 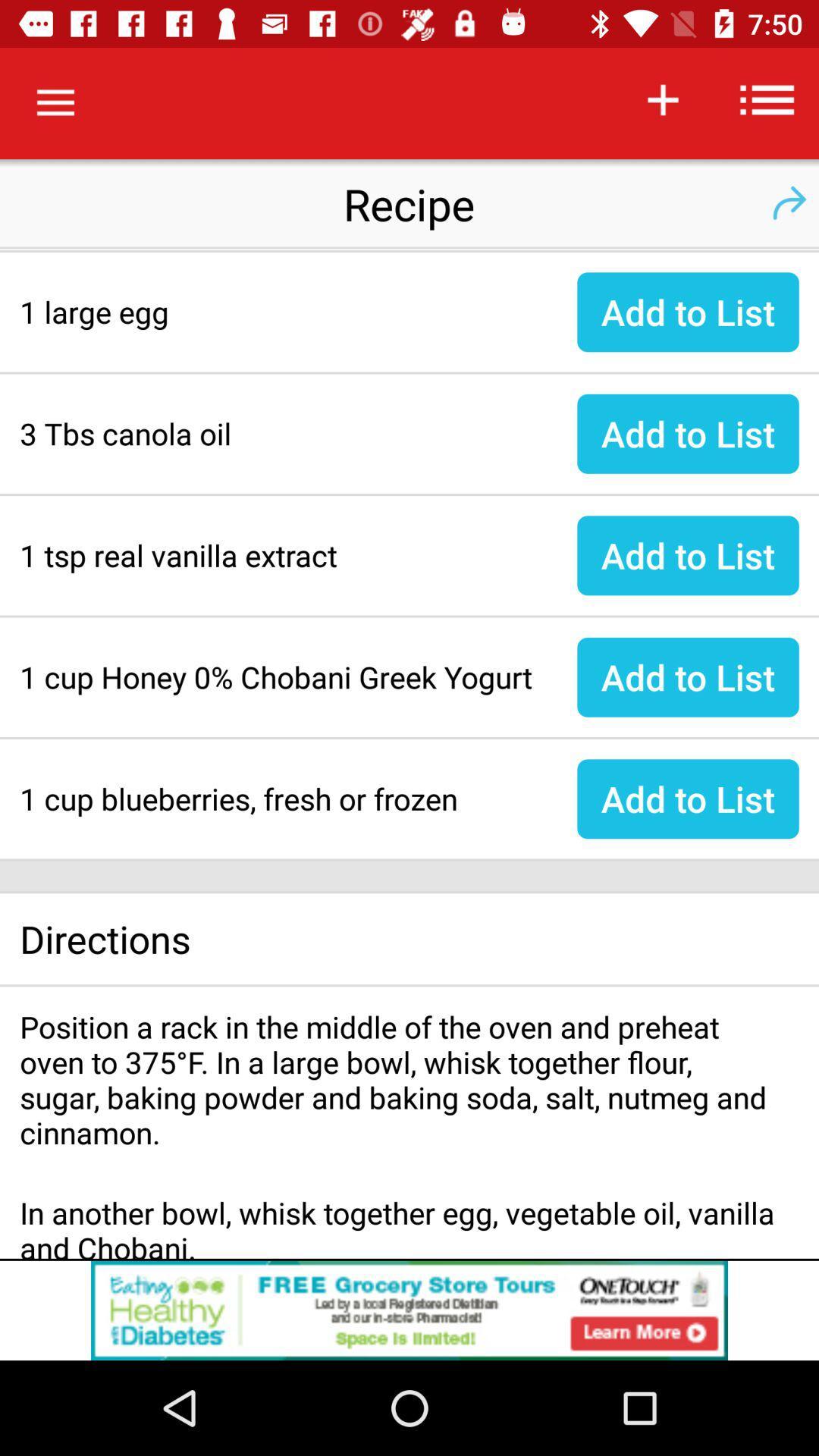 I want to click on the icon of  symbol, so click(x=662, y=99).